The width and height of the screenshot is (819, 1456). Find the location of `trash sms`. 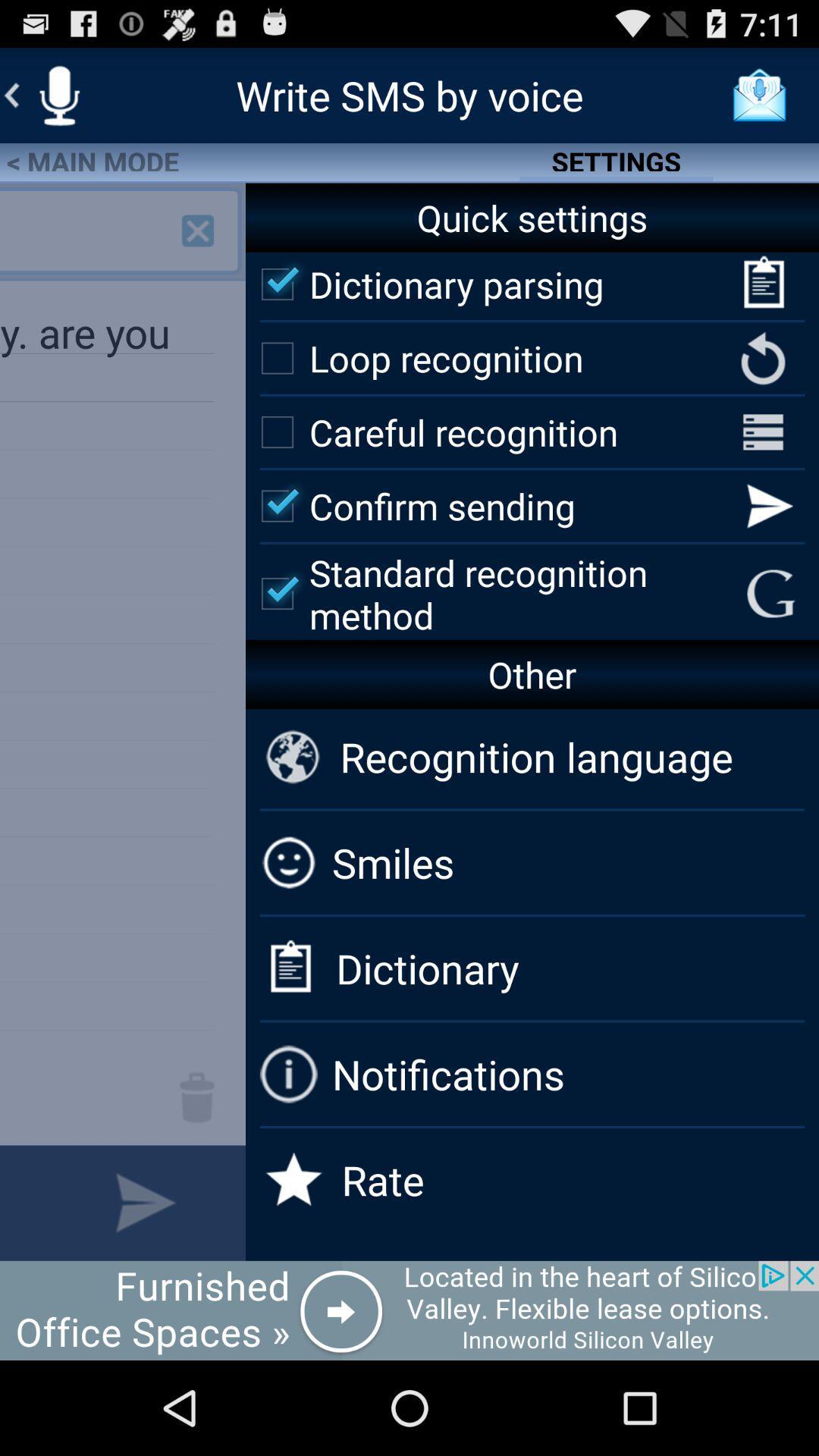

trash sms is located at coordinates (196, 1097).